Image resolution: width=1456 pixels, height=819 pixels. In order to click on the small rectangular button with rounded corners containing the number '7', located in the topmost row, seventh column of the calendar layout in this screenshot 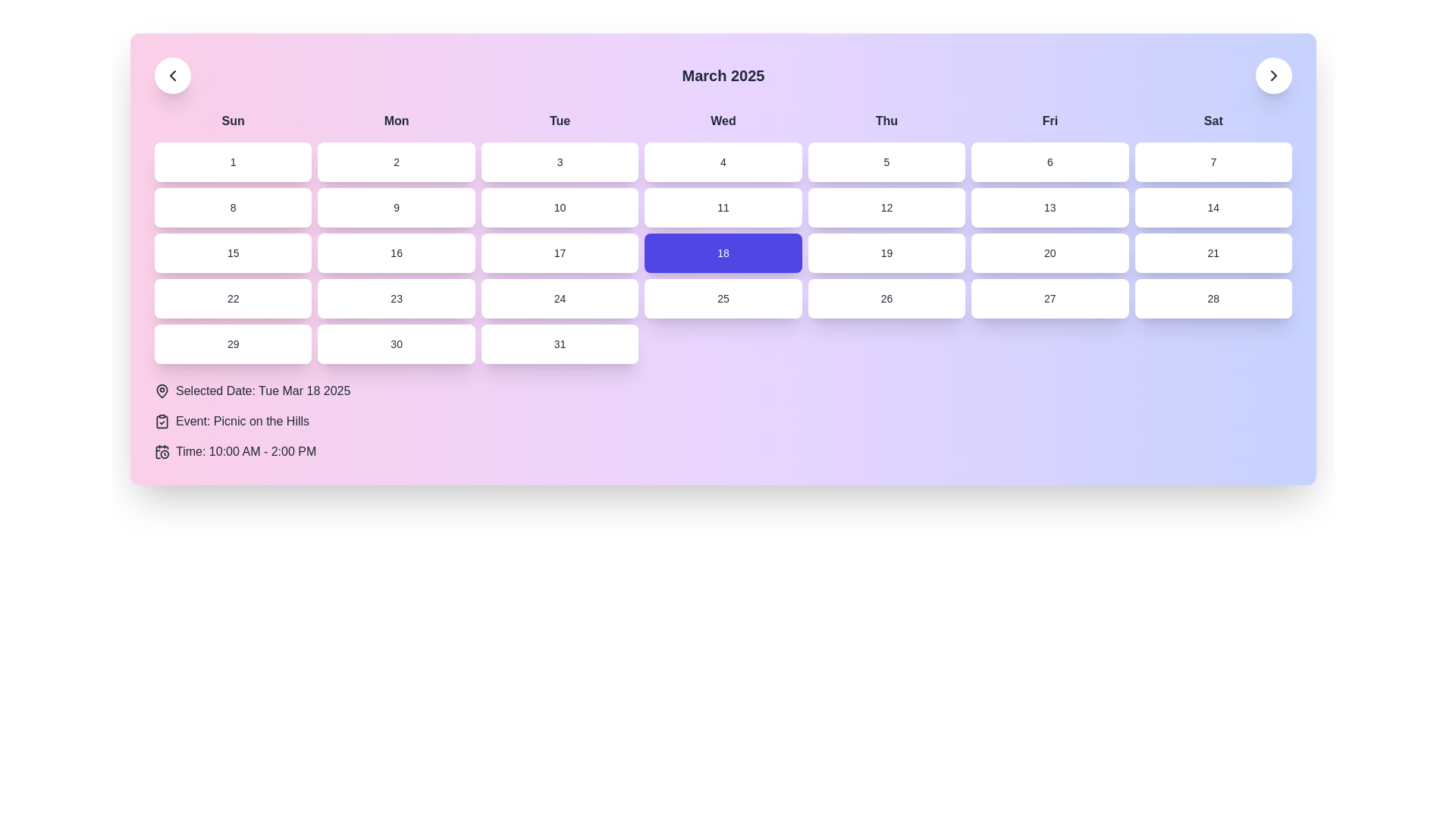, I will do `click(1213, 162)`.